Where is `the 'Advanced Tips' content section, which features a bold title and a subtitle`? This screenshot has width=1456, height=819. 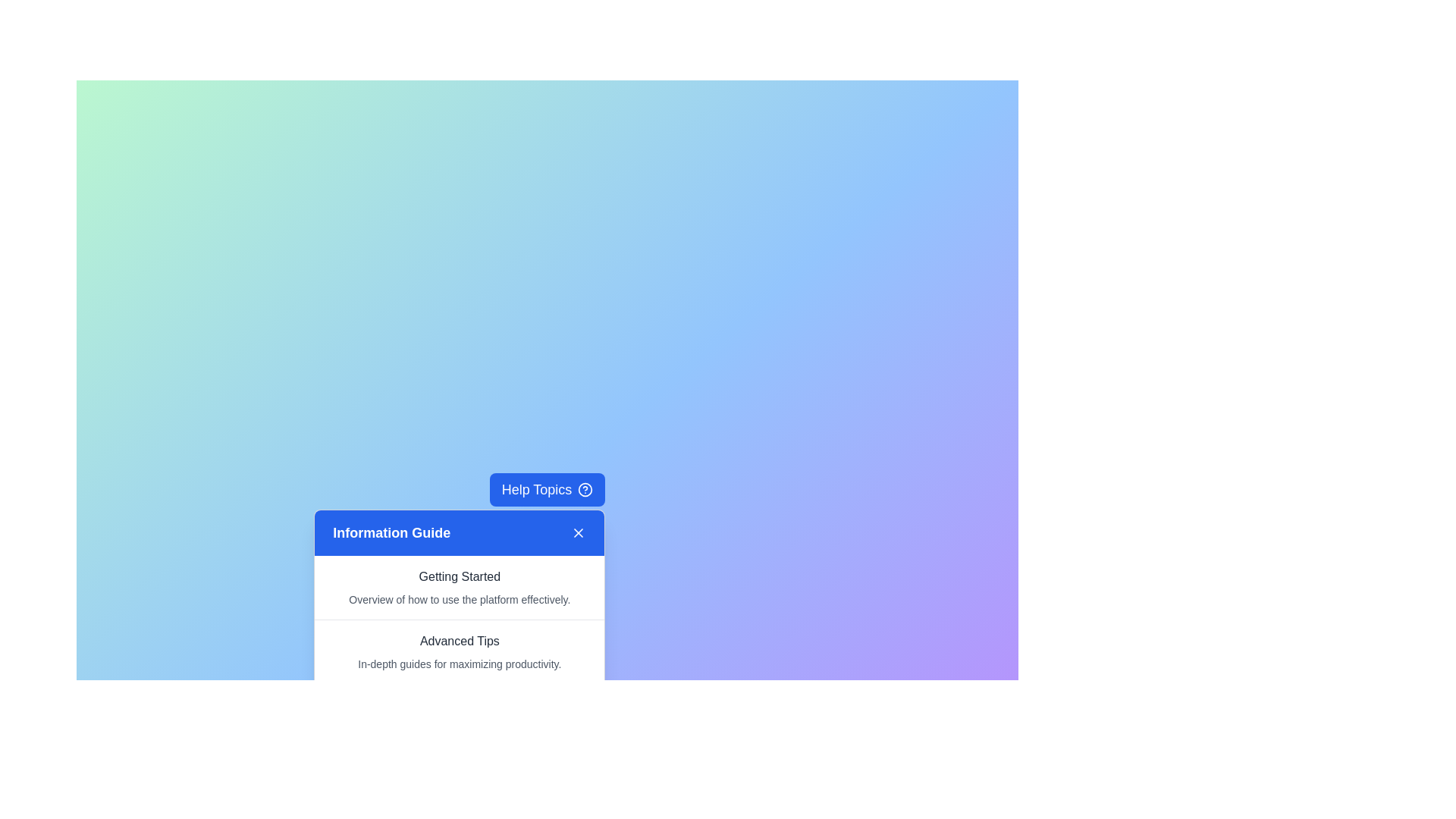 the 'Advanced Tips' content section, which features a bold title and a subtitle is located at coordinates (459, 651).